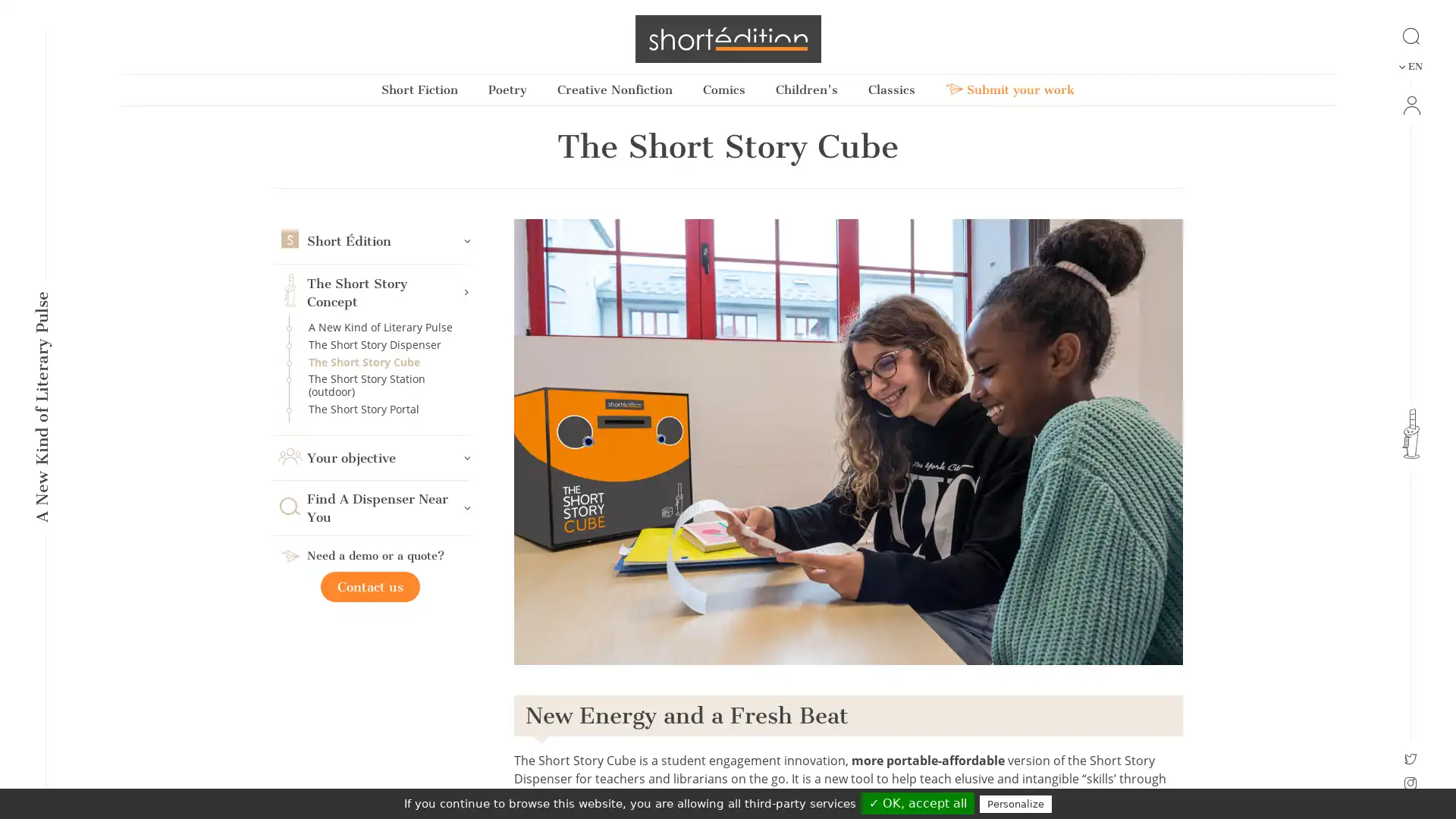  Describe the element at coordinates (1409, 66) in the screenshot. I see `EN` at that location.